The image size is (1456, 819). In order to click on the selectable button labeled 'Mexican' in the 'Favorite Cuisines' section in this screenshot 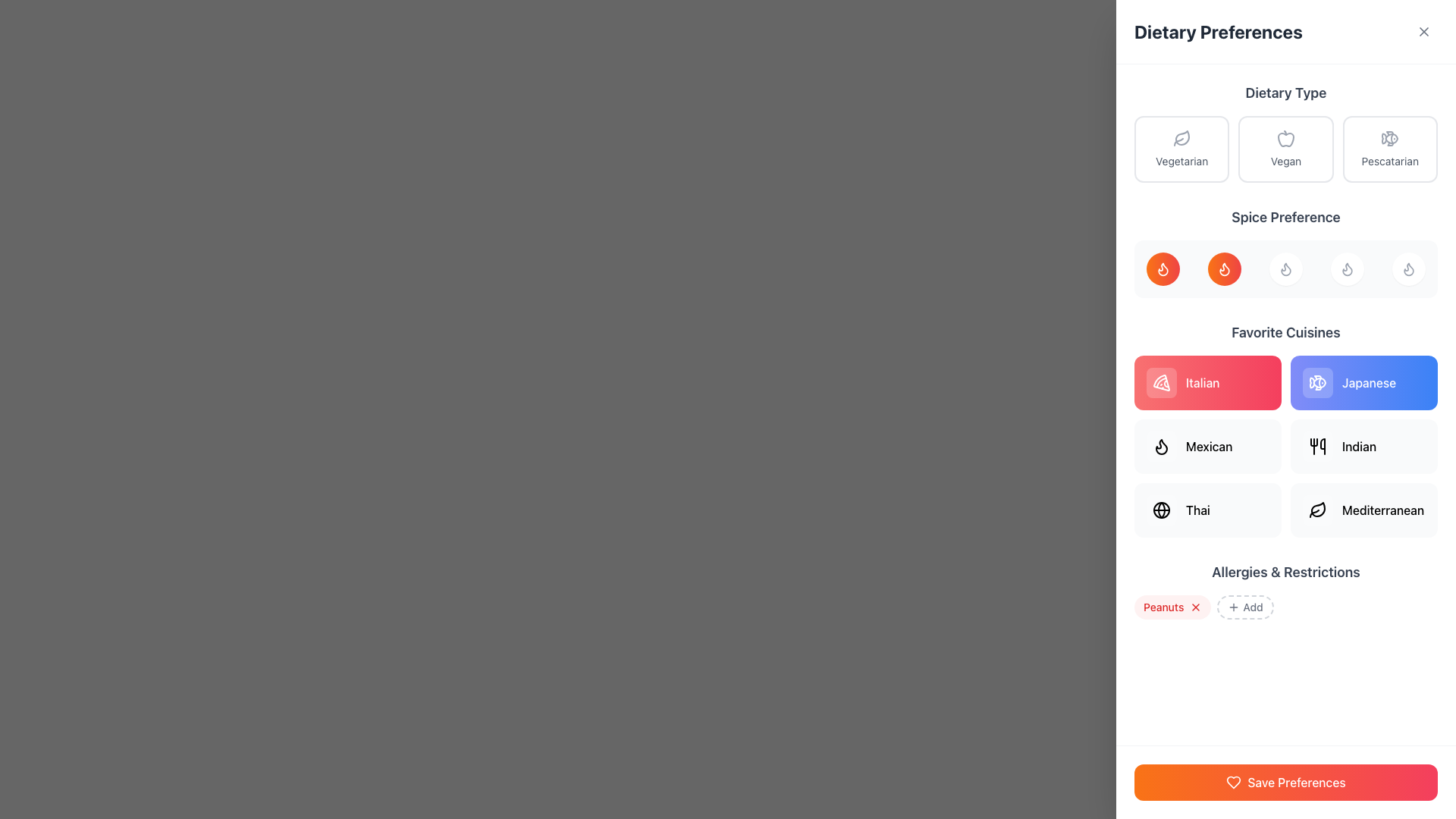, I will do `click(1207, 446)`.